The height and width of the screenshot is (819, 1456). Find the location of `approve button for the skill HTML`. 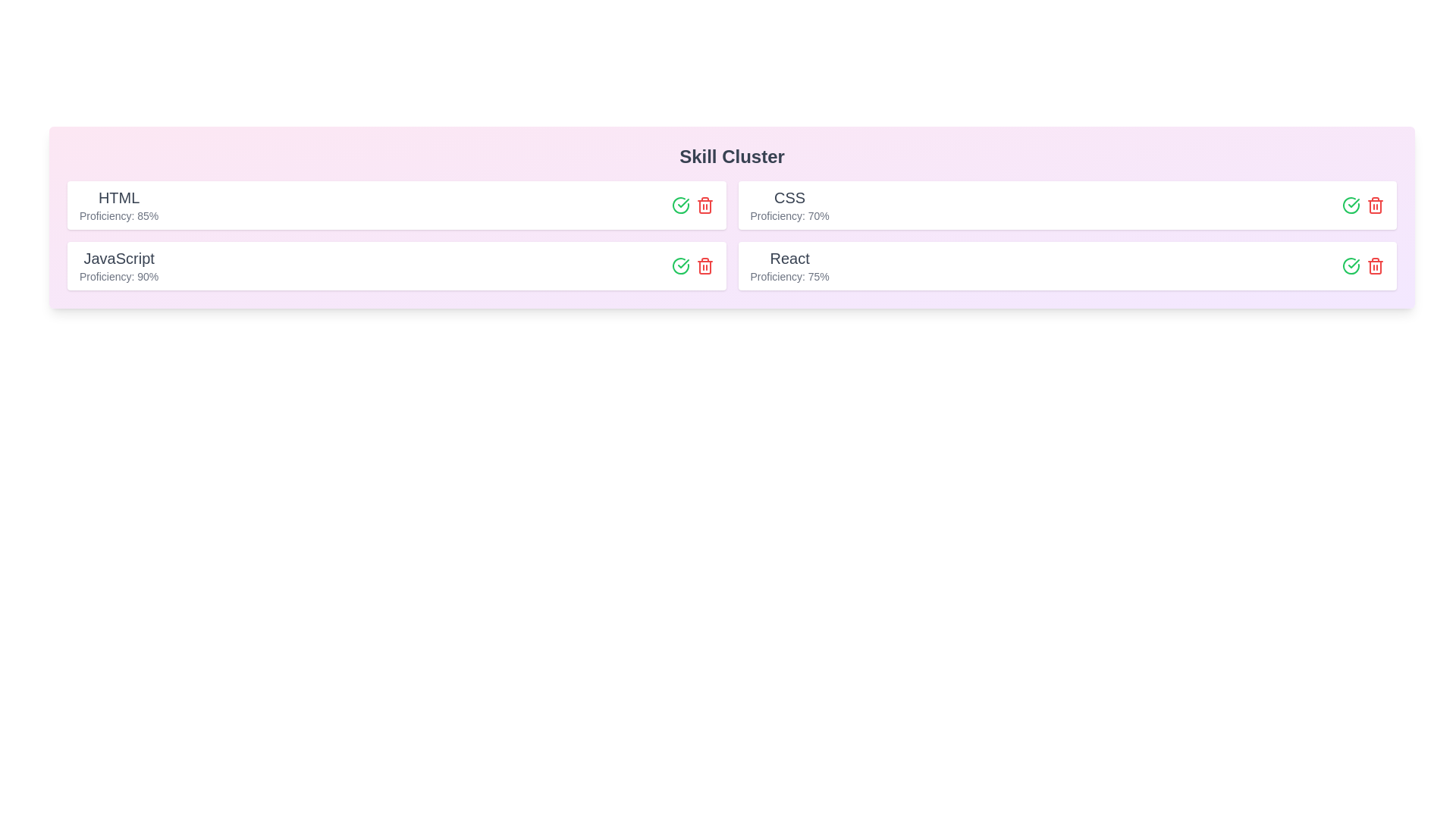

approve button for the skill HTML is located at coordinates (679, 205).